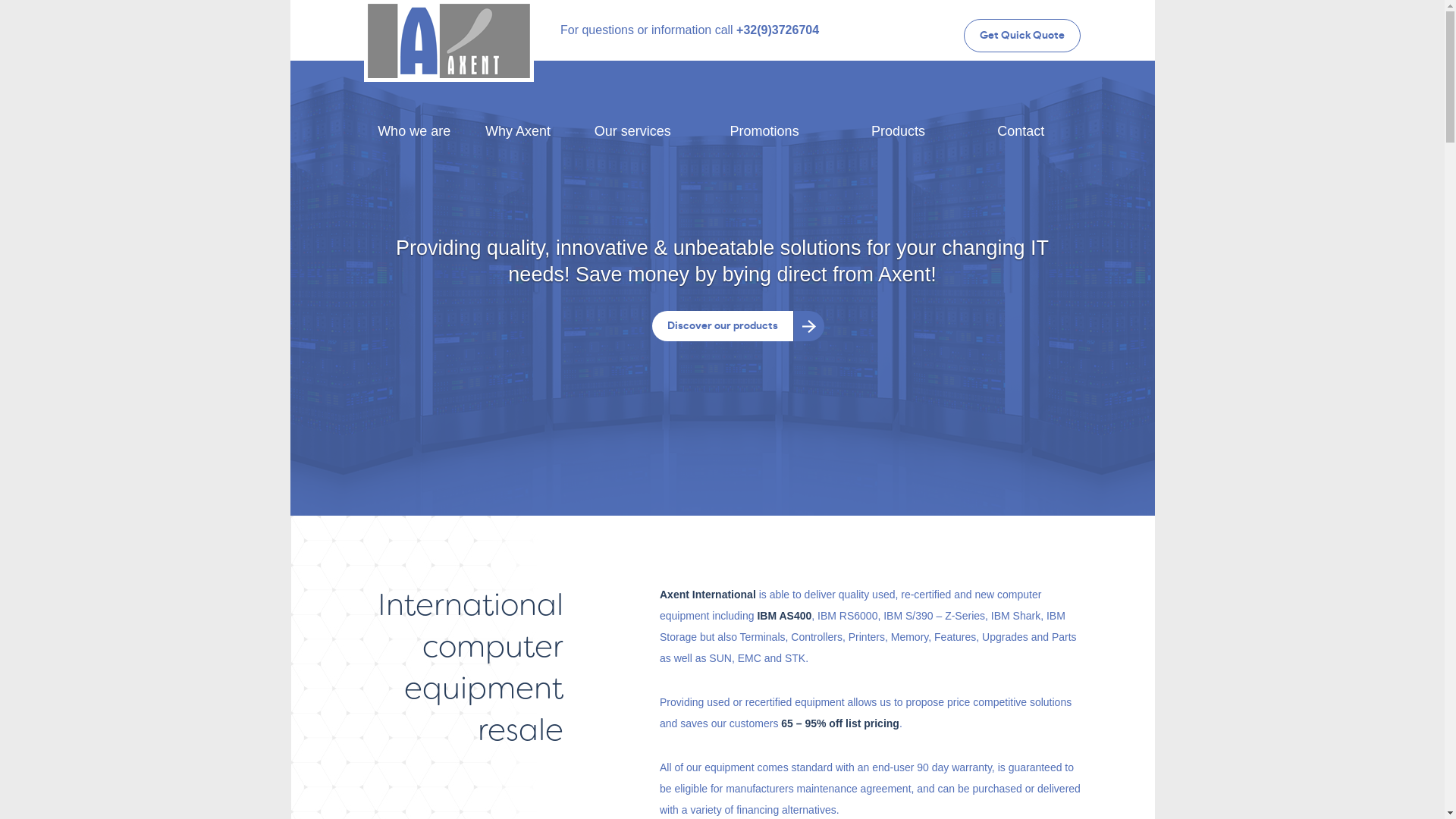 Image resolution: width=1456 pixels, height=819 pixels. Describe the element at coordinates (1021, 130) in the screenshot. I see `'Contact'` at that location.